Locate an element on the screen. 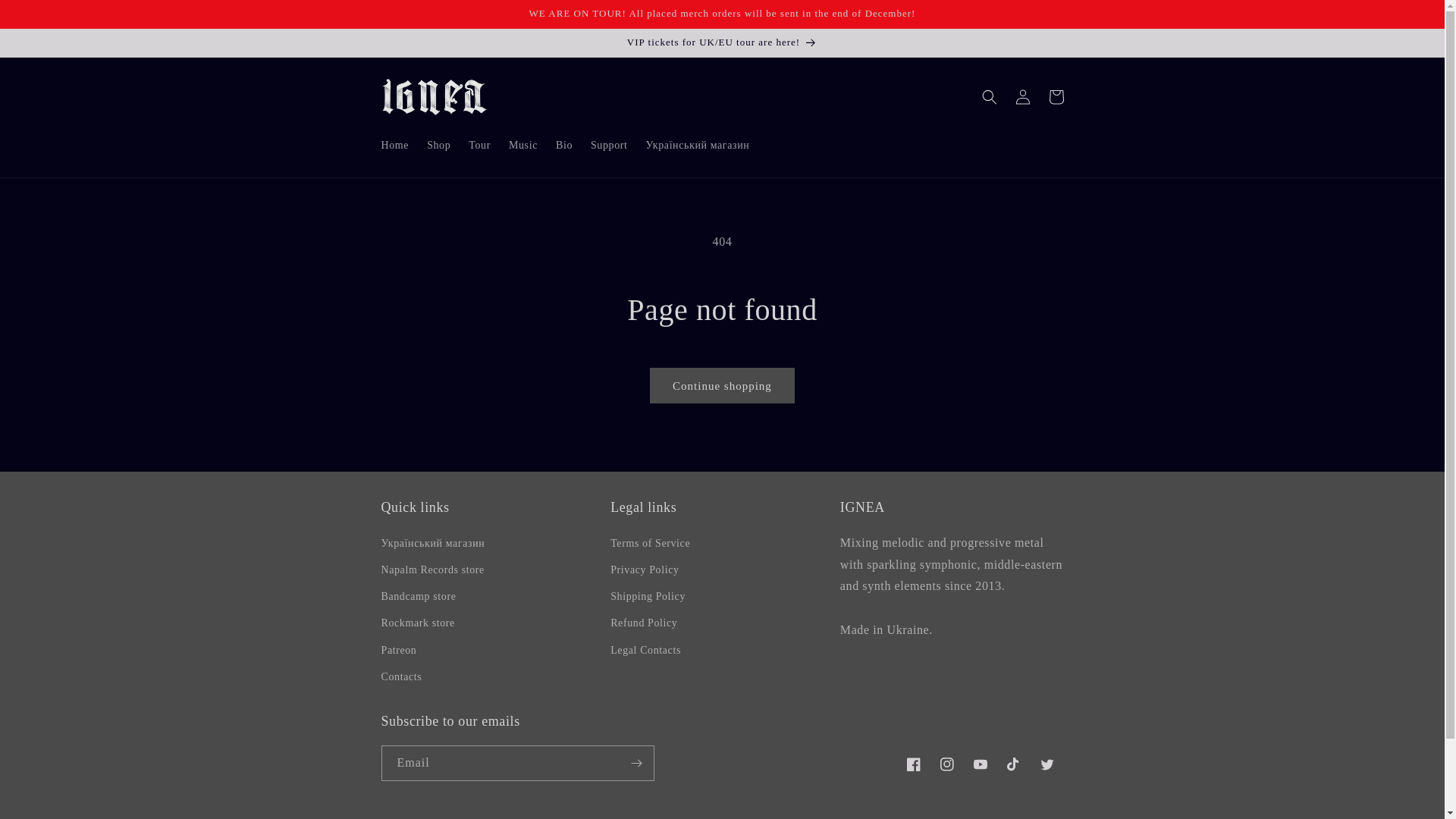 The height and width of the screenshot is (819, 1456). 'Terms of Service' is located at coordinates (650, 544).